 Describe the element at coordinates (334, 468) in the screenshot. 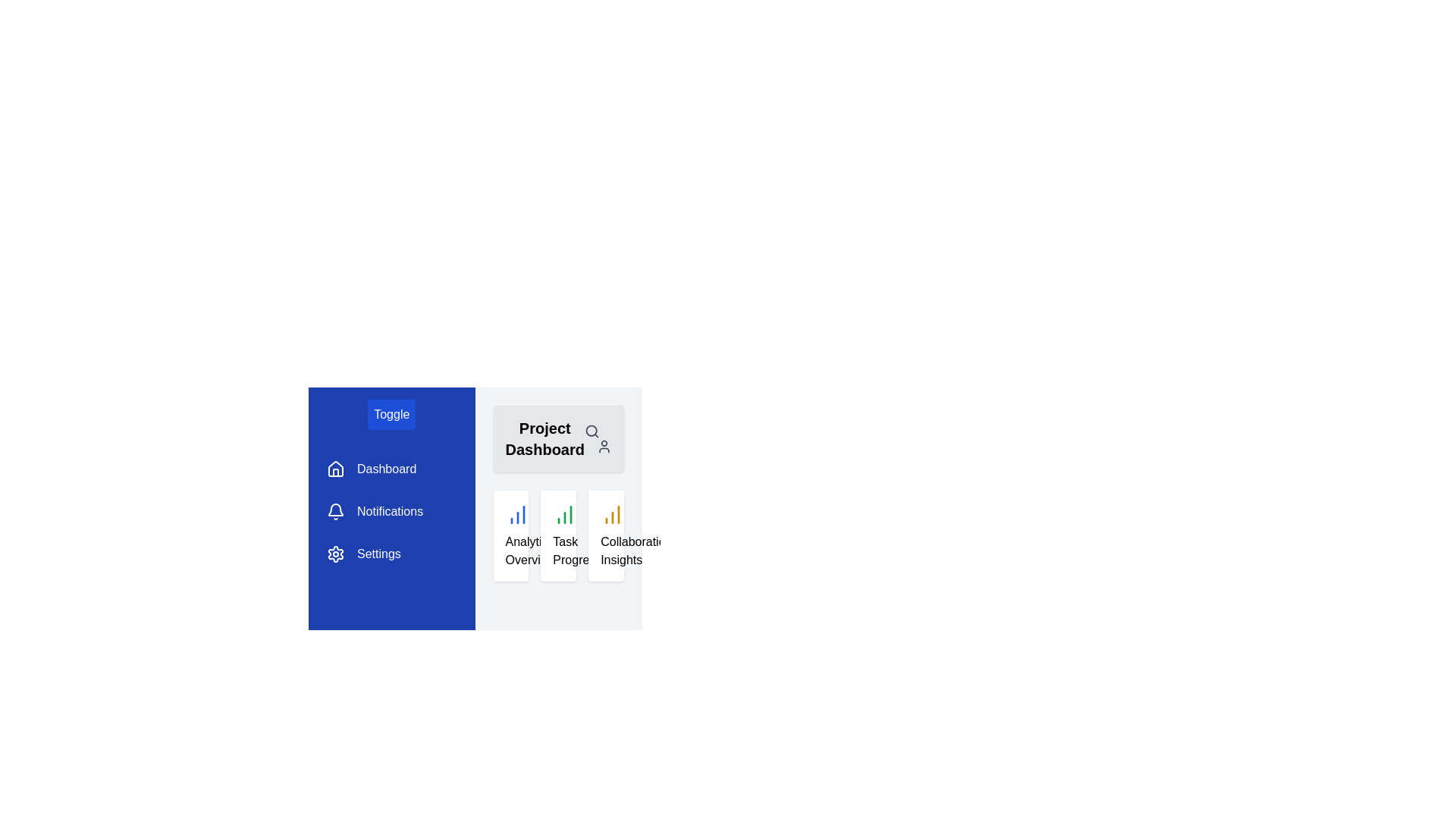

I see `the first icon in the left navigation menu that represents the 'Dashboard'` at that location.